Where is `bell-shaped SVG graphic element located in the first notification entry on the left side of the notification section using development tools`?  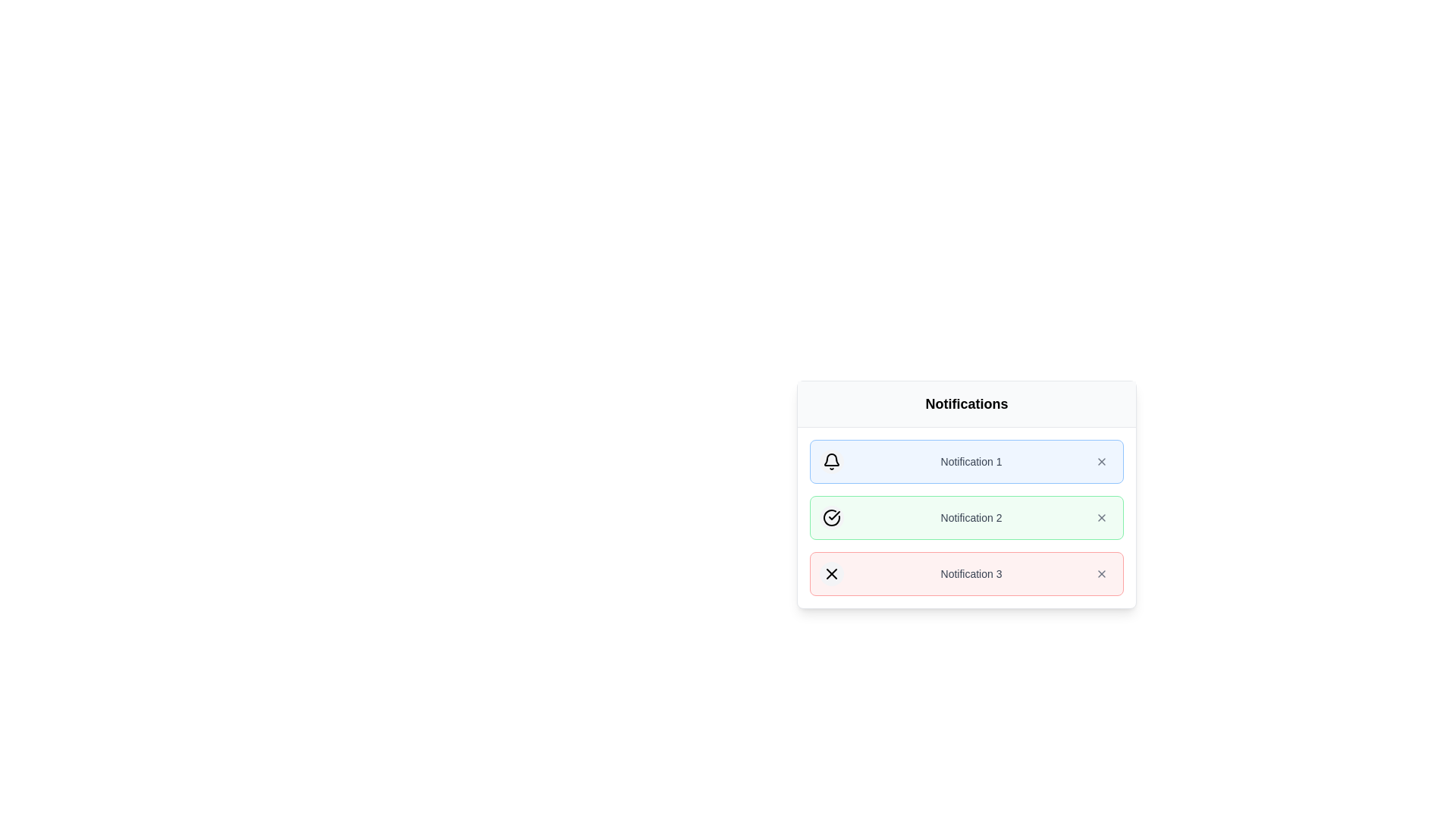
bell-shaped SVG graphic element located in the first notification entry on the left side of the notification section using development tools is located at coordinates (831, 459).